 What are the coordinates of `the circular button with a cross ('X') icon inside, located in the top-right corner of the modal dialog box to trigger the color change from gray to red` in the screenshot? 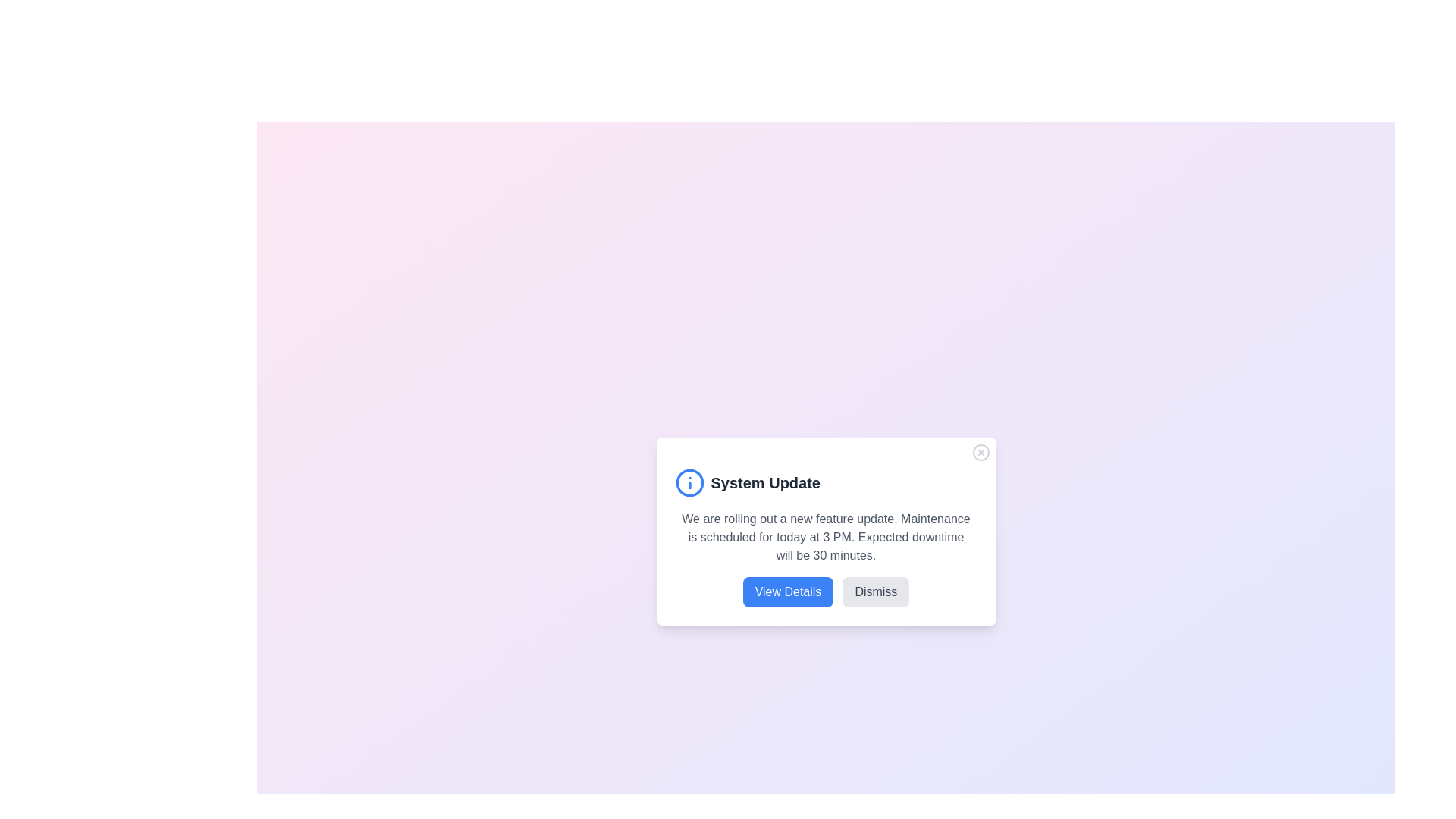 It's located at (981, 452).